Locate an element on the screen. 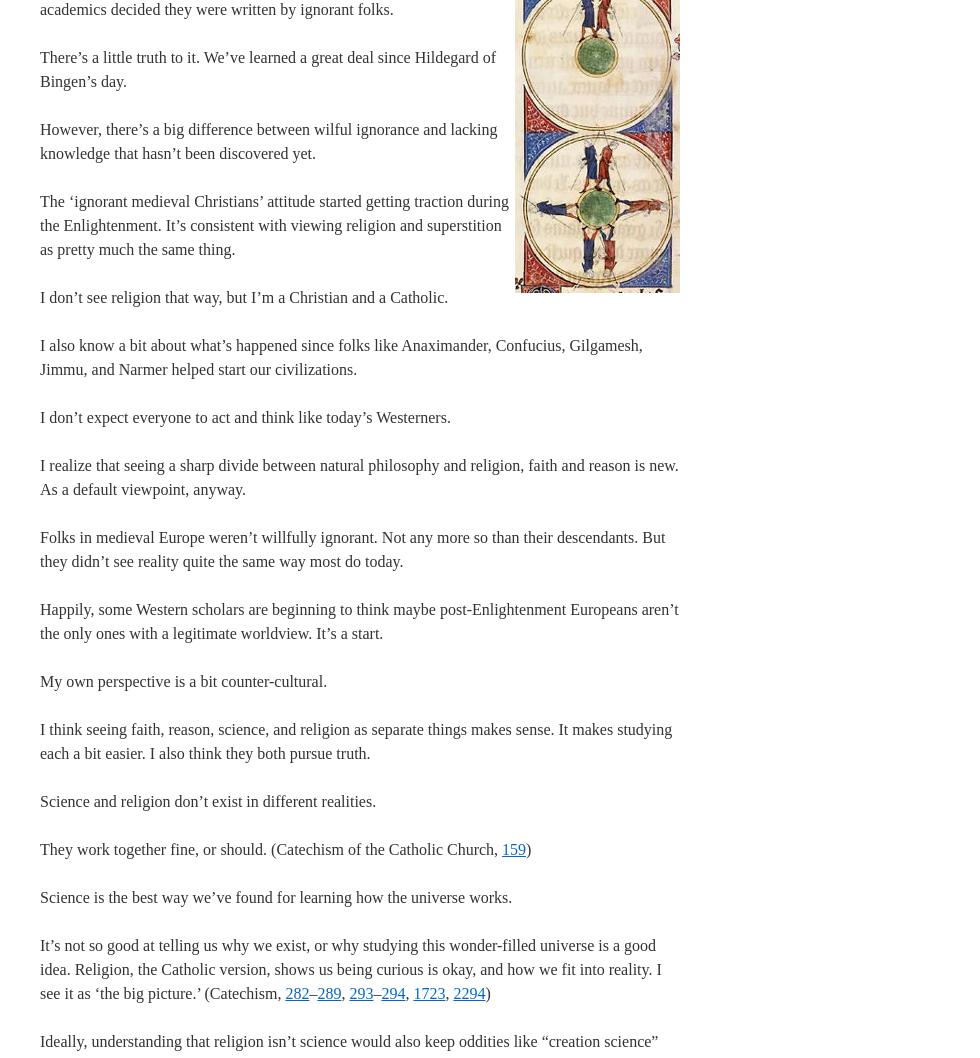  '282' is located at coordinates (297, 992).